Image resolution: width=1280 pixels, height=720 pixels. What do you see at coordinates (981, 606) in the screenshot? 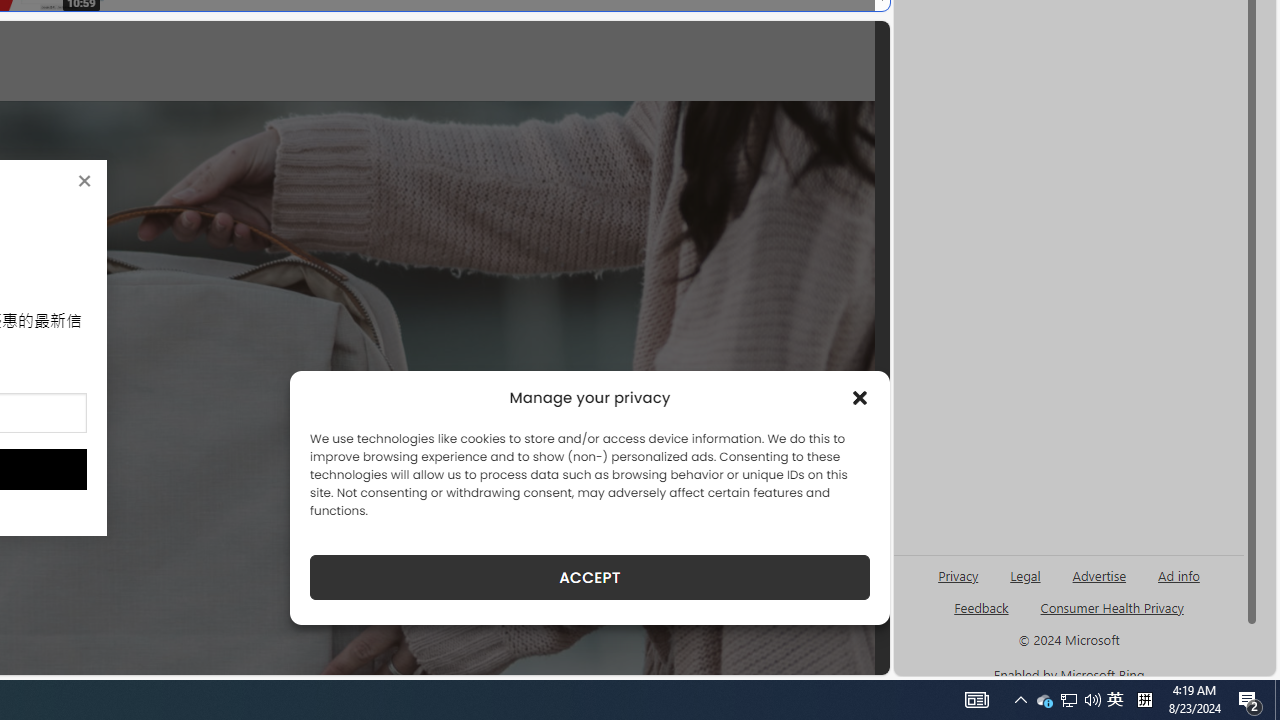
I see `'AutomationID: sb_feedback'` at bounding box center [981, 606].